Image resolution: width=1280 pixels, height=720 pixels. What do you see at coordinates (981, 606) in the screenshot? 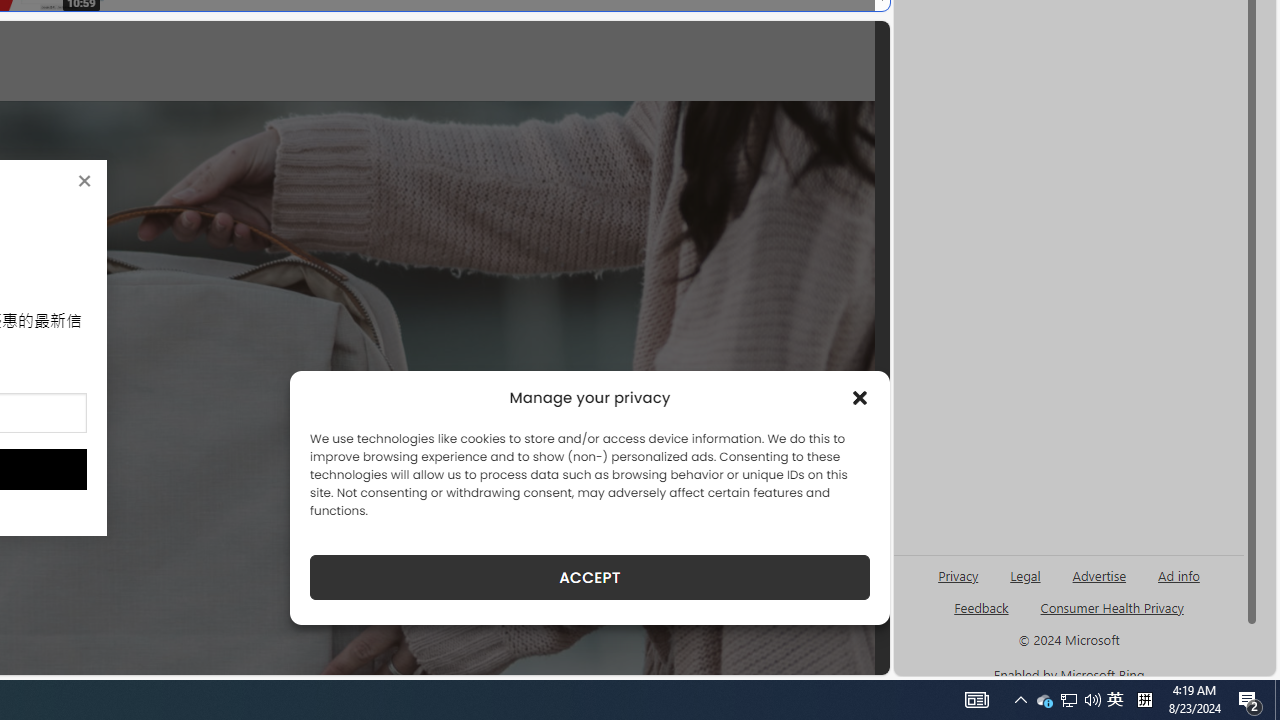
I see `'AutomationID: sb_feedback'` at bounding box center [981, 606].